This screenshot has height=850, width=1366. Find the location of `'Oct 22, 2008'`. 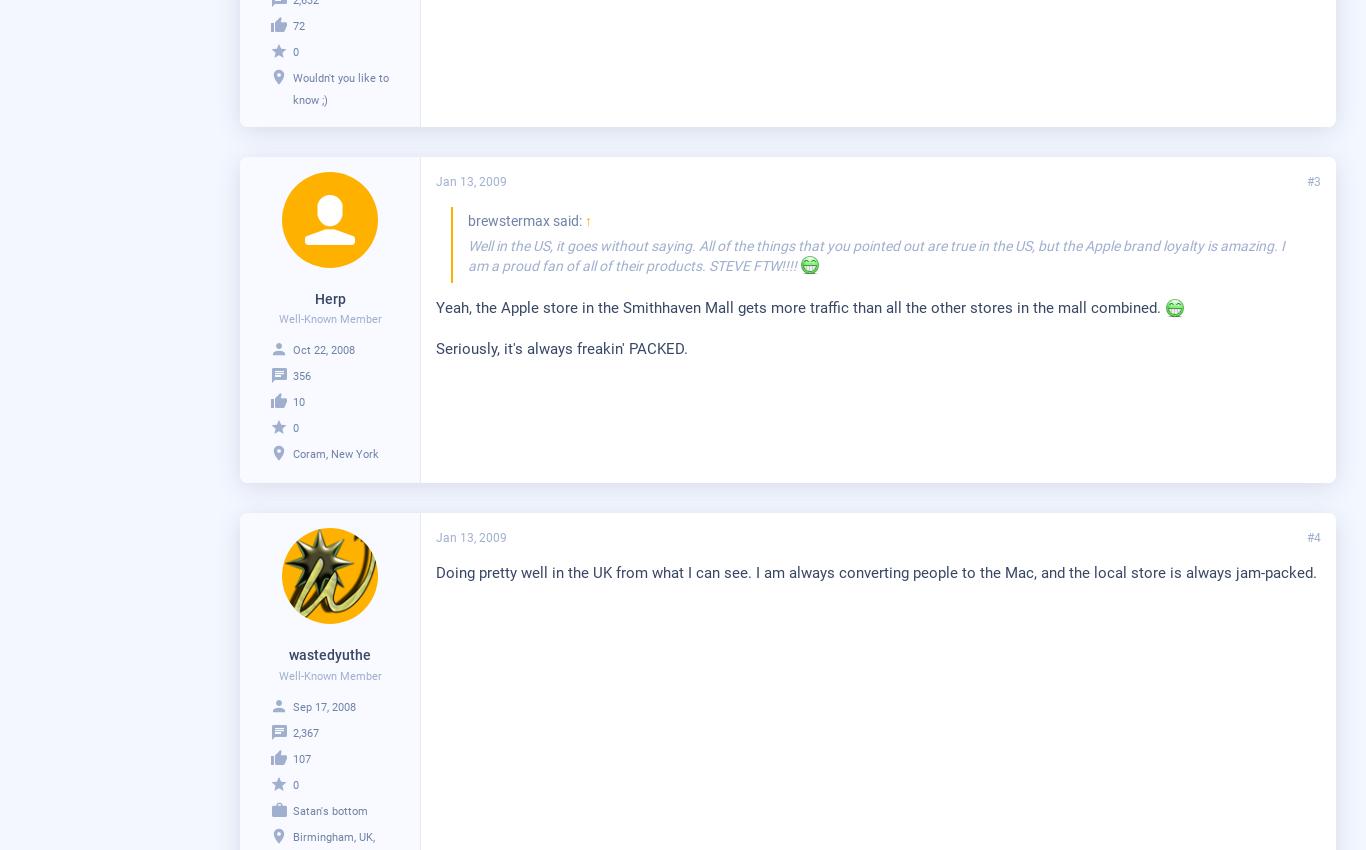

'Oct 22, 2008' is located at coordinates (324, 349).